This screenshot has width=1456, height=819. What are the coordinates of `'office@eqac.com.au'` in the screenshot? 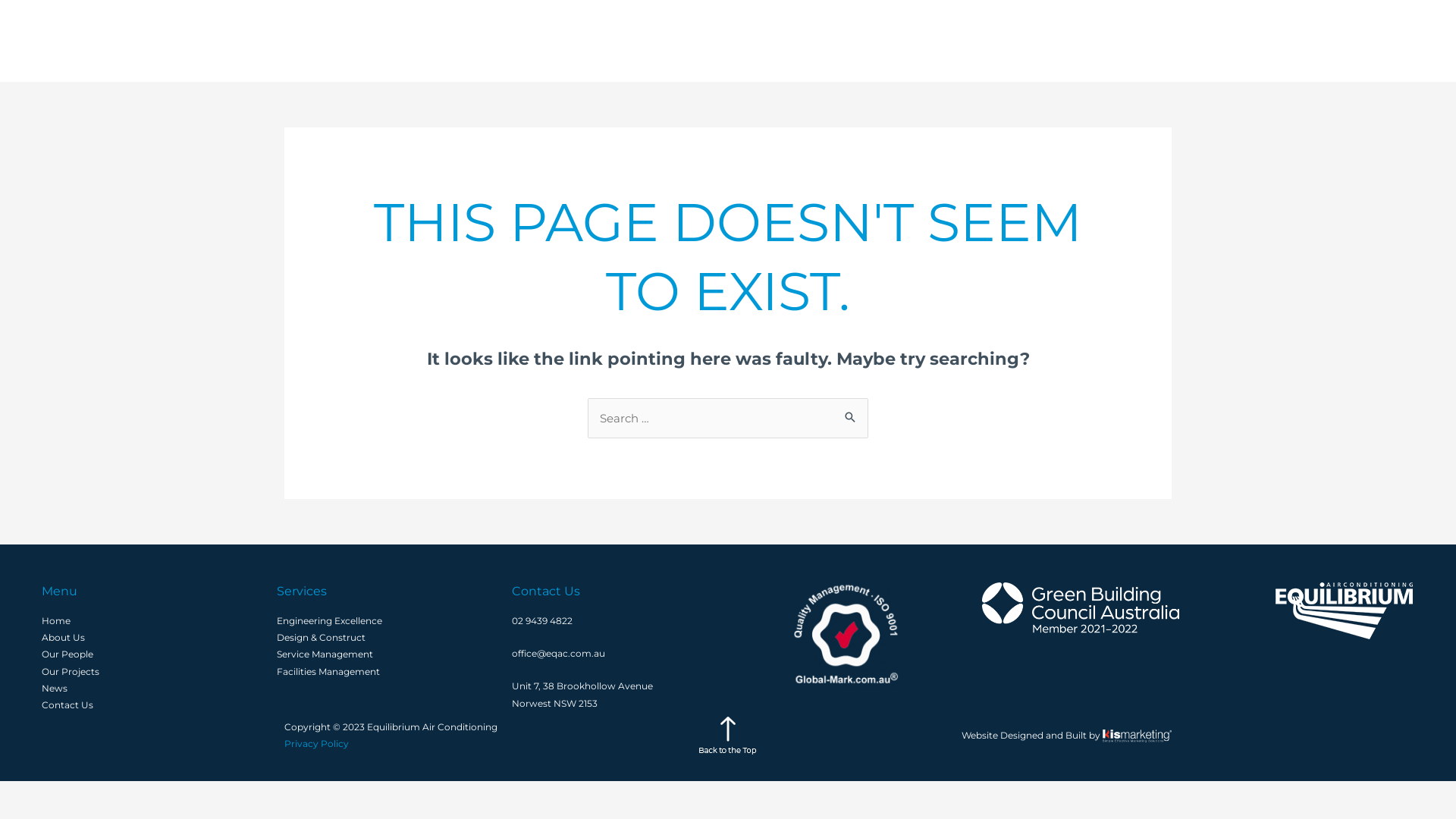 It's located at (557, 652).